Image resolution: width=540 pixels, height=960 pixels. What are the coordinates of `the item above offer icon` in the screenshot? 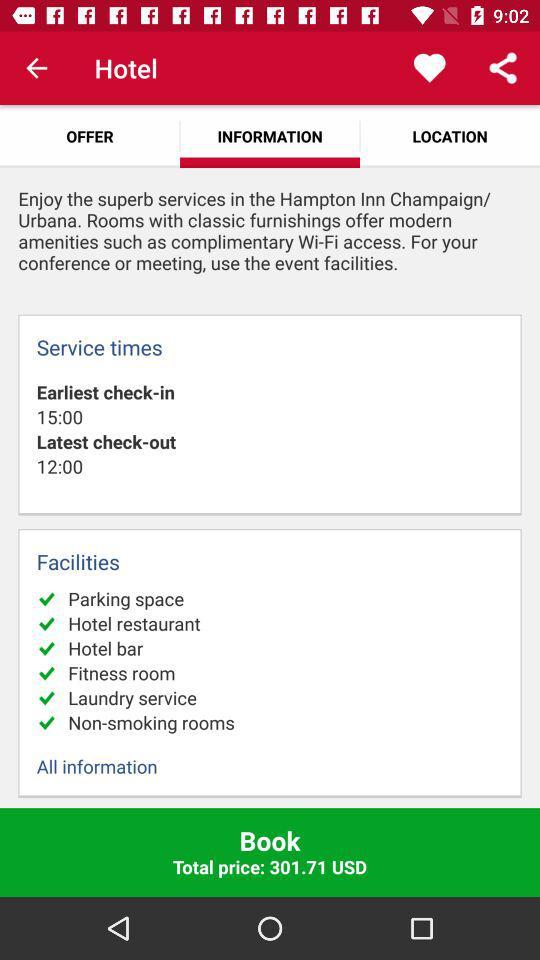 It's located at (36, 68).